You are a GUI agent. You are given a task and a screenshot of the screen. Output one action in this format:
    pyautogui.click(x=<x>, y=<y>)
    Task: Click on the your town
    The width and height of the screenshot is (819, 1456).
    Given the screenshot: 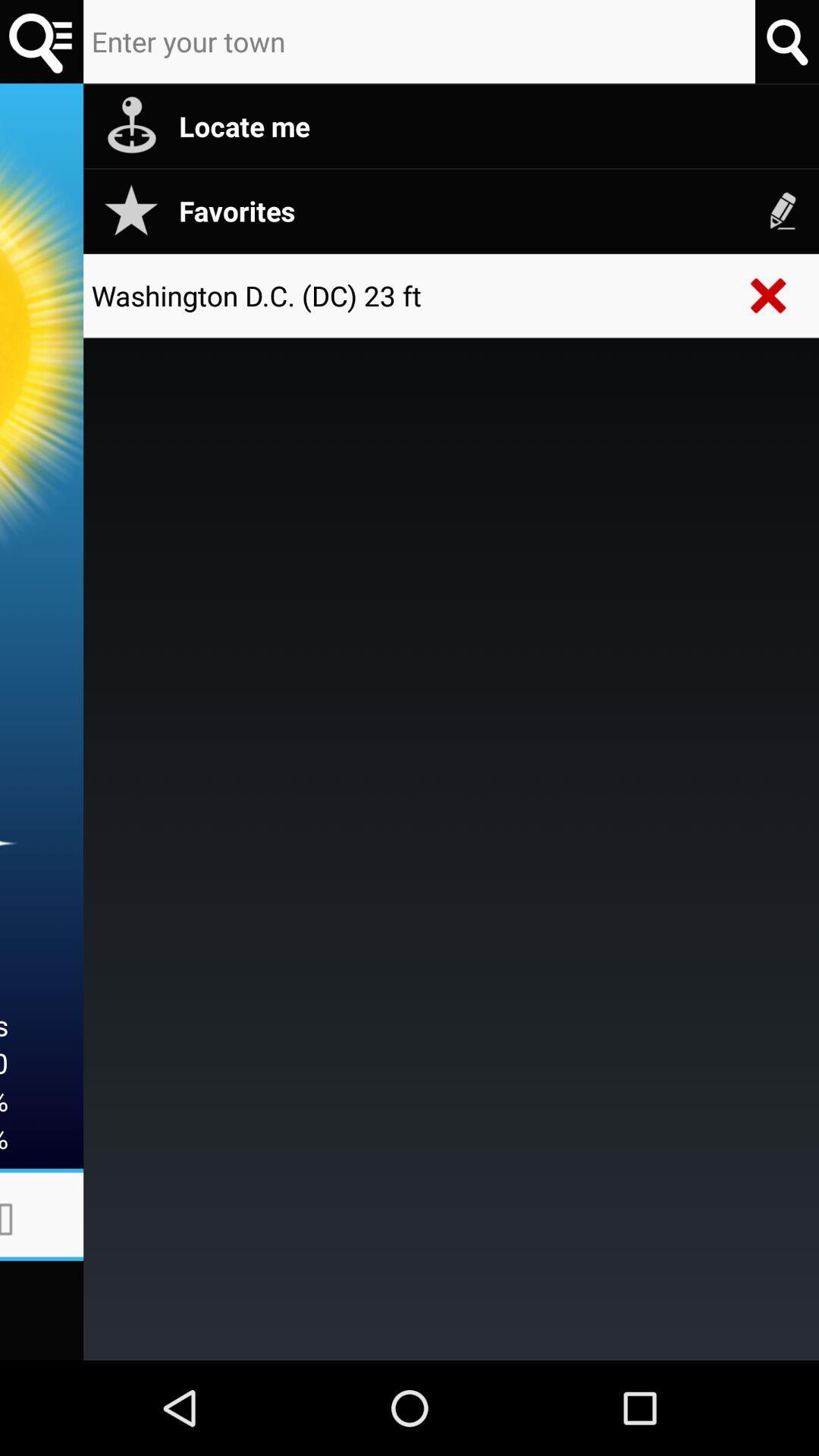 What is the action you would take?
    pyautogui.click(x=419, y=42)
    